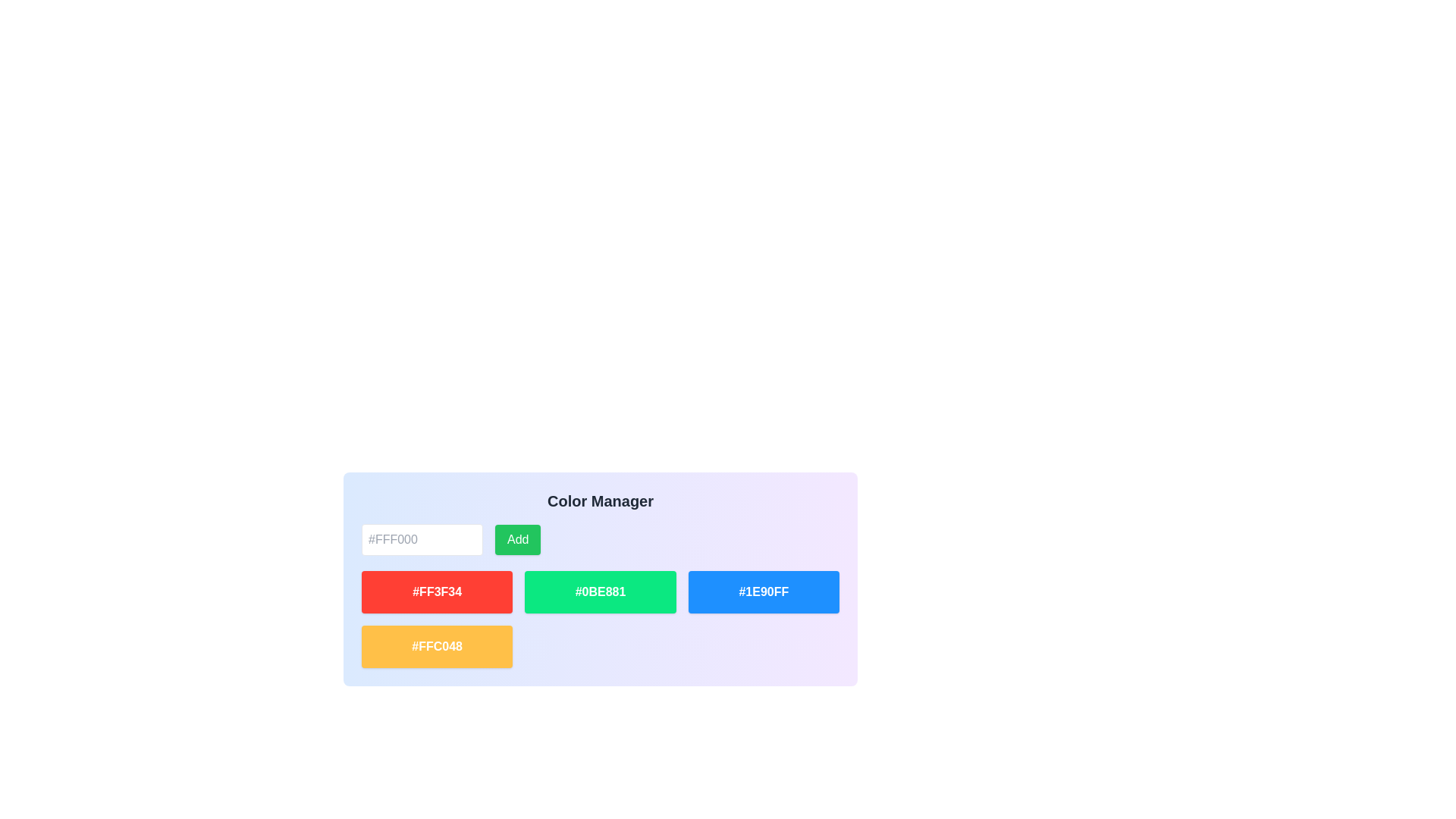 The image size is (1456, 819). What do you see at coordinates (600, 620) in the screenshot?
I see `one of the color boxes in the grid layout of the 'Color Manager'` at bounding box center [600, 620].